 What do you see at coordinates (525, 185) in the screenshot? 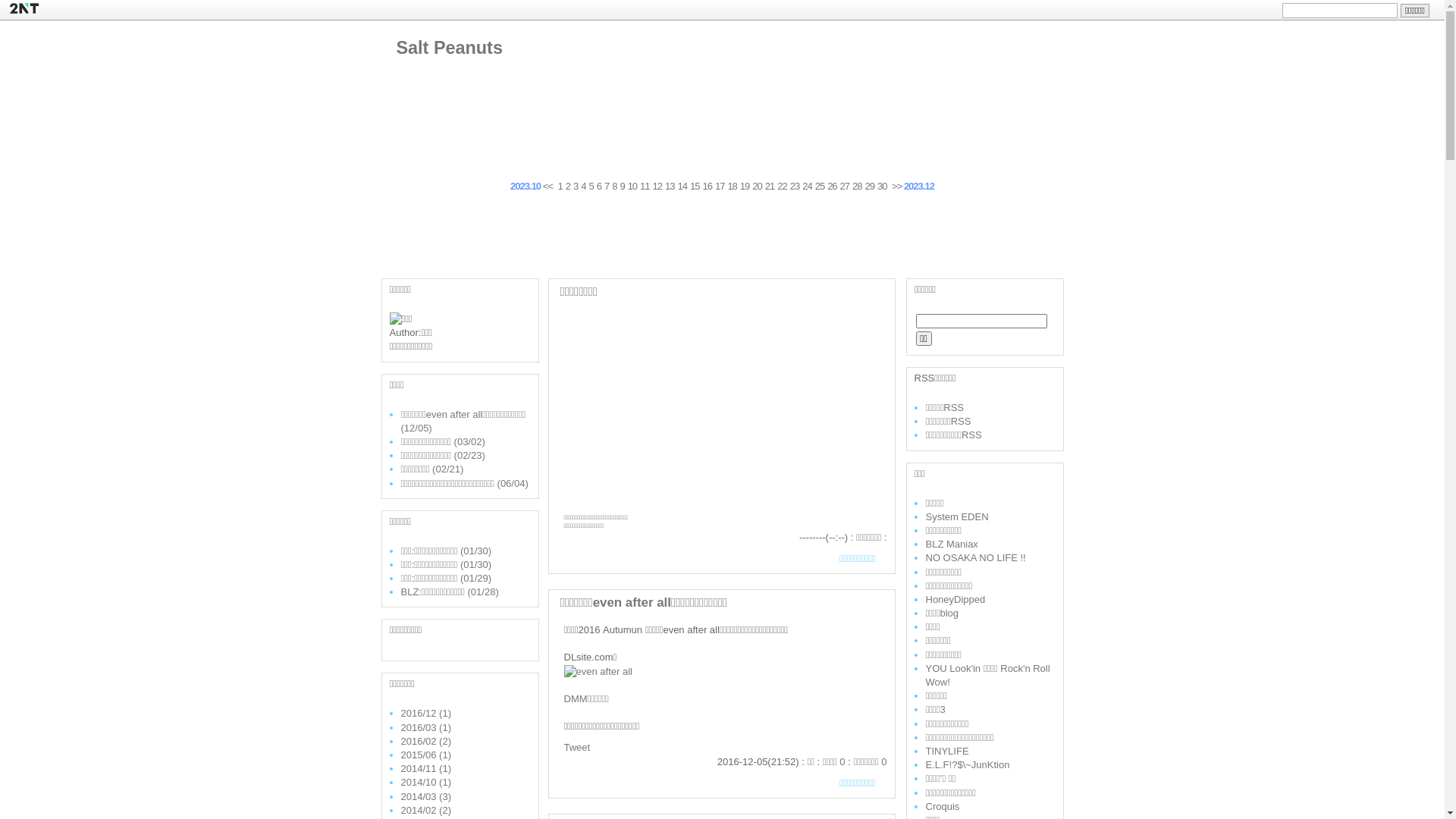
I see `'2023.10'` at bounding box center [525, 185].